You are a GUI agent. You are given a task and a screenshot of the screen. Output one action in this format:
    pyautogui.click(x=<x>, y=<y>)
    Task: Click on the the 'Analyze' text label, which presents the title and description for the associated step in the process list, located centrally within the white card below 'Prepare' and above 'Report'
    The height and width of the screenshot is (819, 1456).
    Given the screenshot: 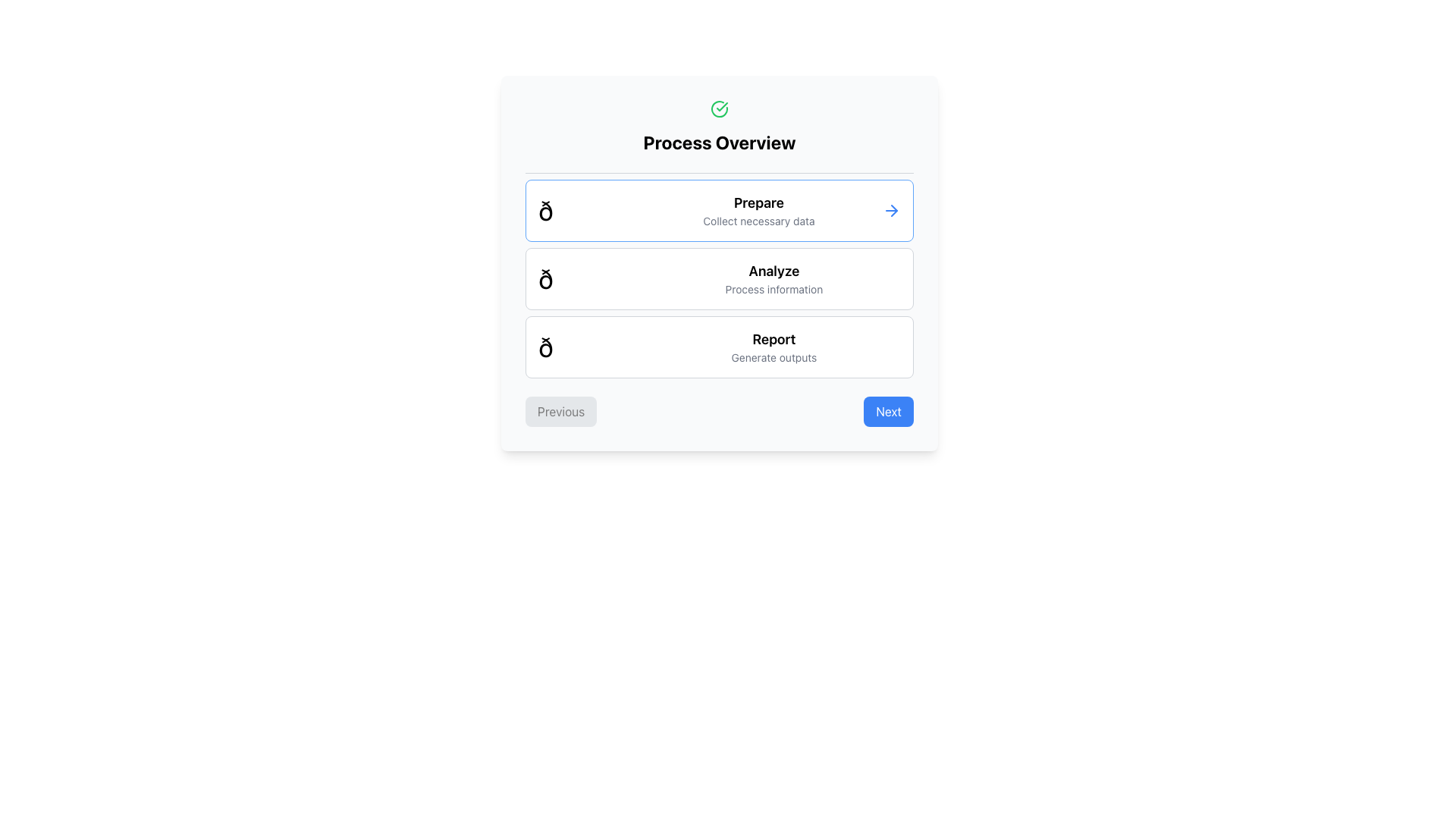 What is the action you would take?
    pyautogui.click(x=773, y=278)
    